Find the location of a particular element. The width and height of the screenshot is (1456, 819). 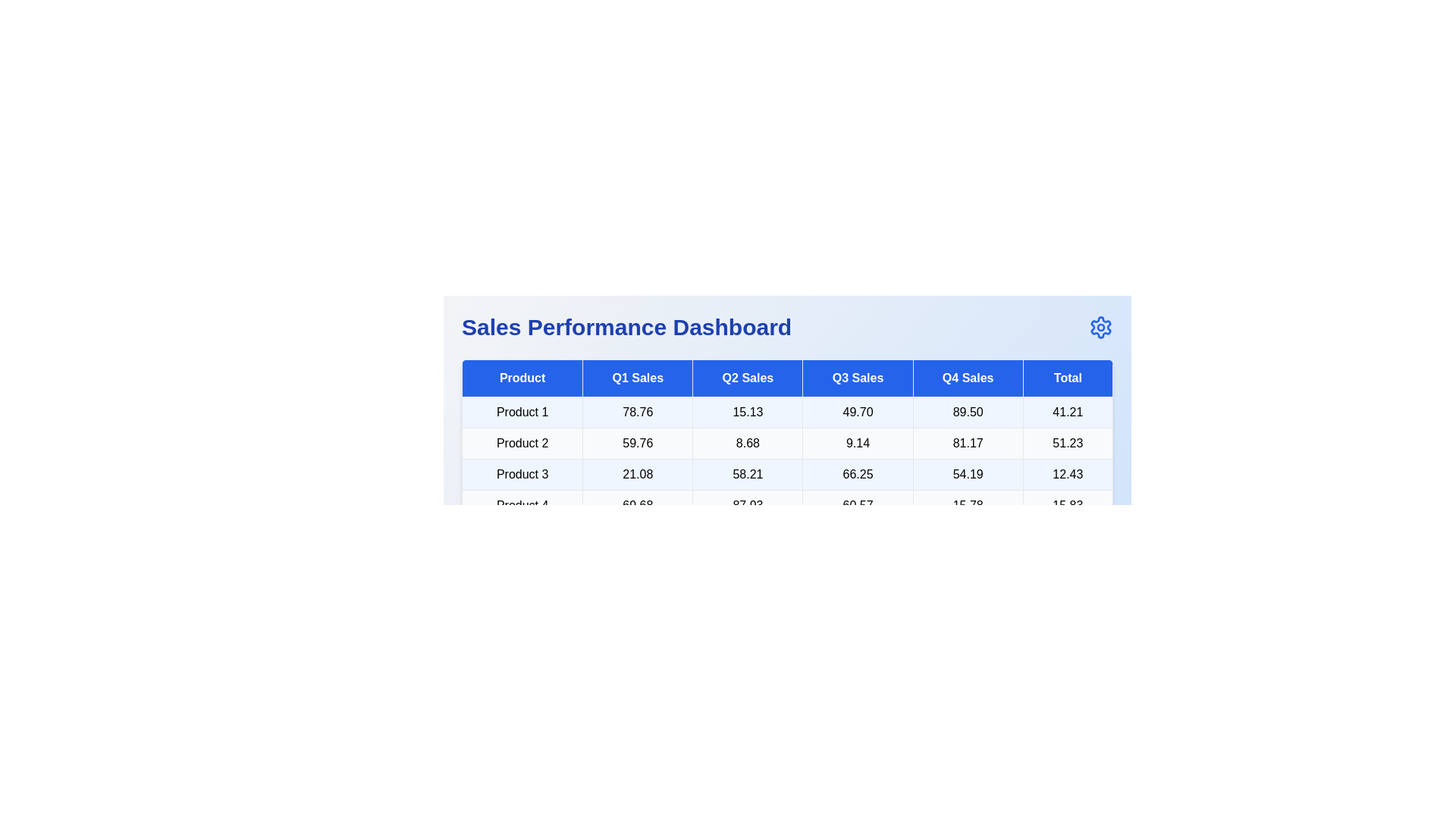

the header Q3 Sales to sort the table by that column is located at coordinates (858, 377).